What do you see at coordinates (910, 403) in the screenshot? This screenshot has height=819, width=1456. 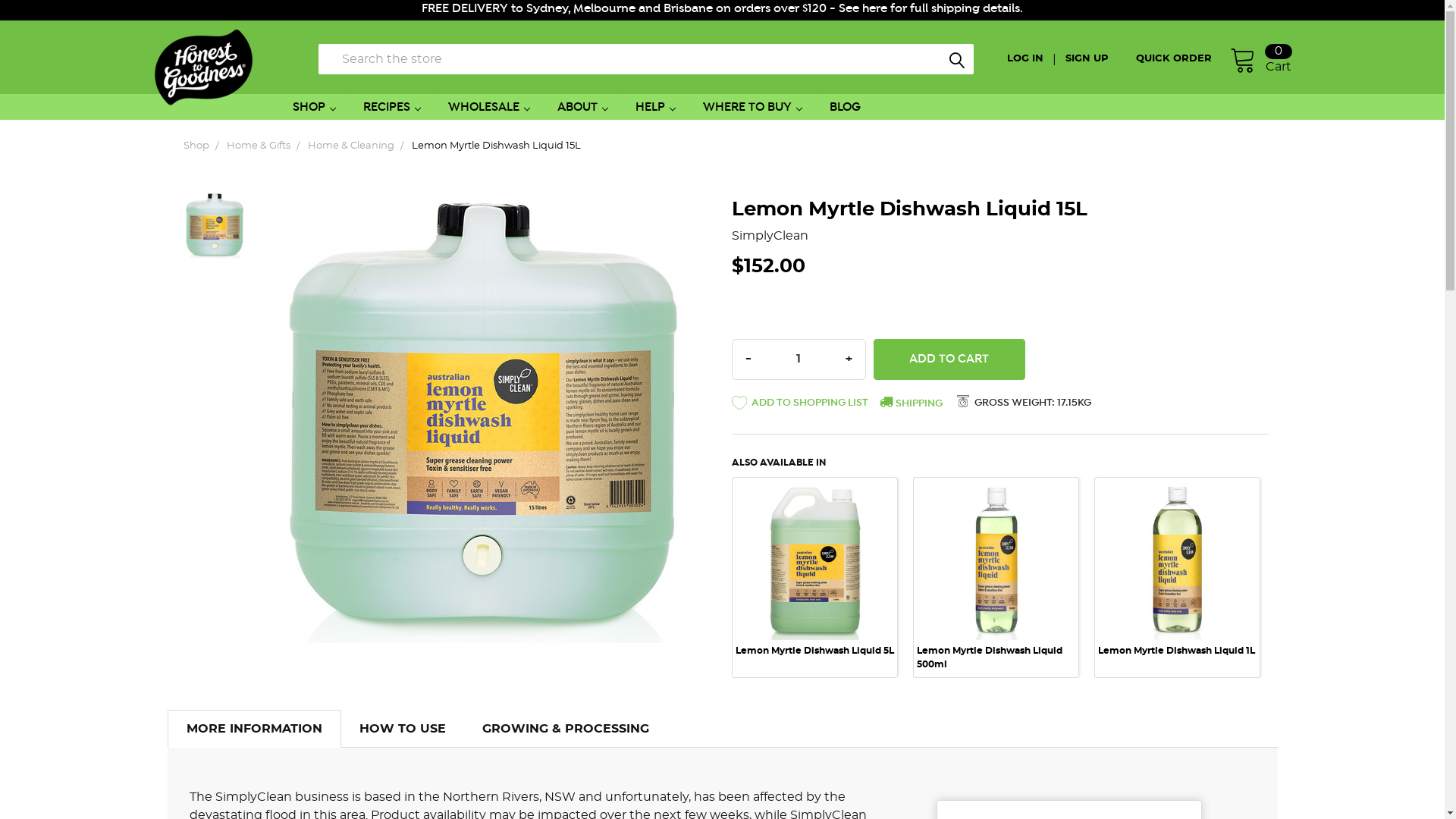 I see `'SHIPPING'` at bounding box center [910, 403].